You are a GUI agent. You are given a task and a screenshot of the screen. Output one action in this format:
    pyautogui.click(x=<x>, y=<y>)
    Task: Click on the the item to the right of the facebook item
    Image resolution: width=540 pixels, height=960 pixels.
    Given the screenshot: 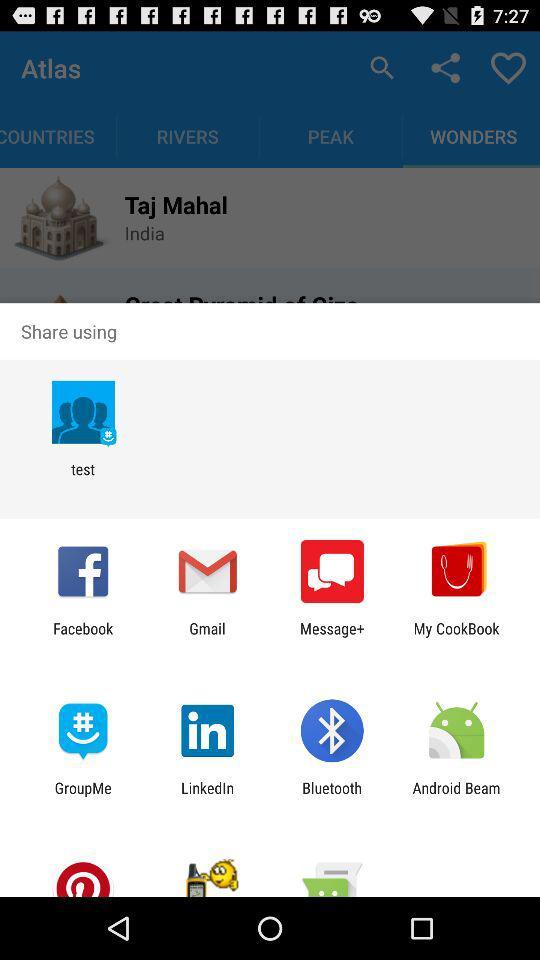 What is the action you would take?
    pyautogui.click(x=206, y=636)
    